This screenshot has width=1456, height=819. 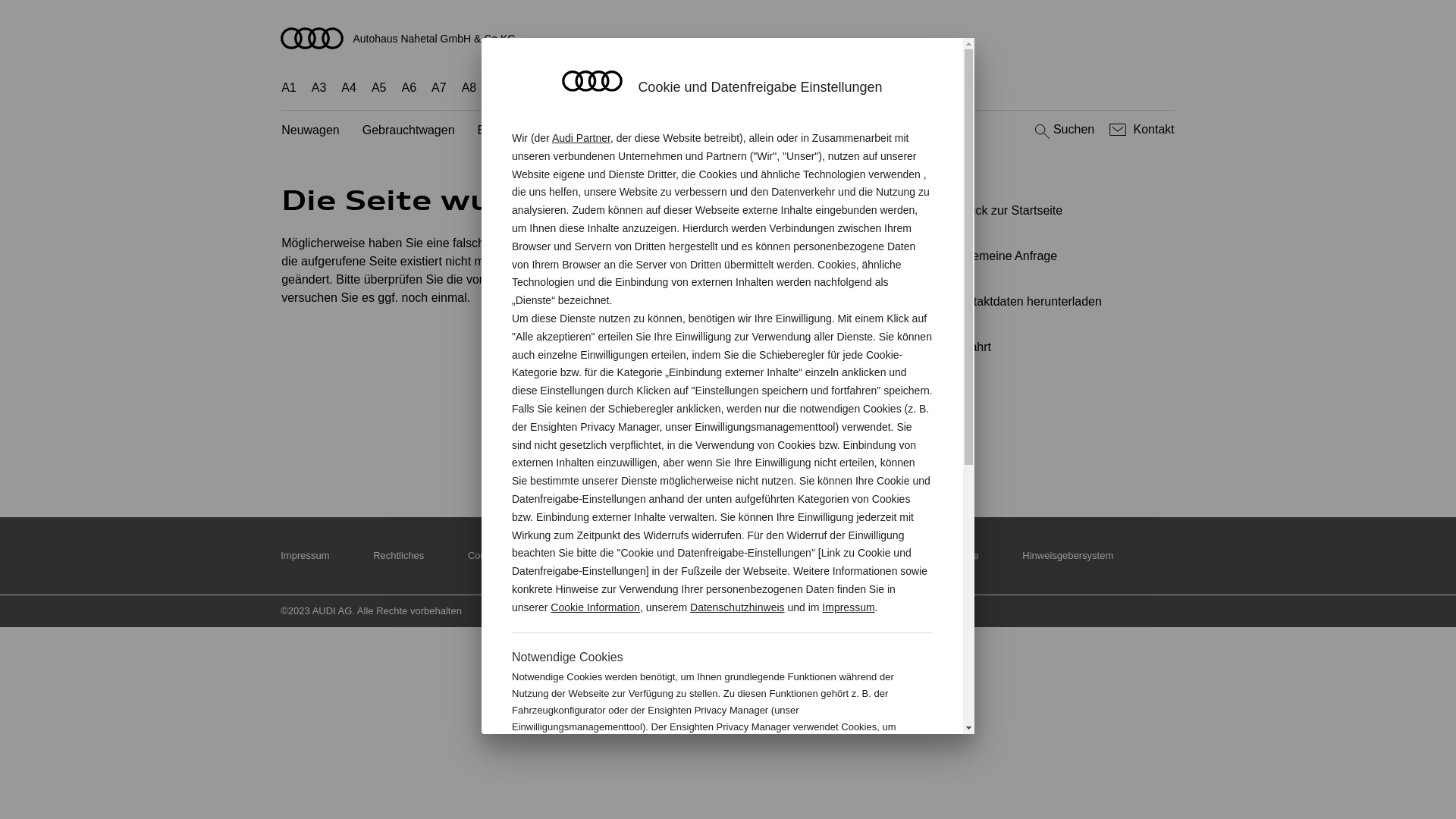 What do you see at coordinates (398, 555) in the screenshot?
I see `'Rechtliches'` at bounding box center [398, 555].